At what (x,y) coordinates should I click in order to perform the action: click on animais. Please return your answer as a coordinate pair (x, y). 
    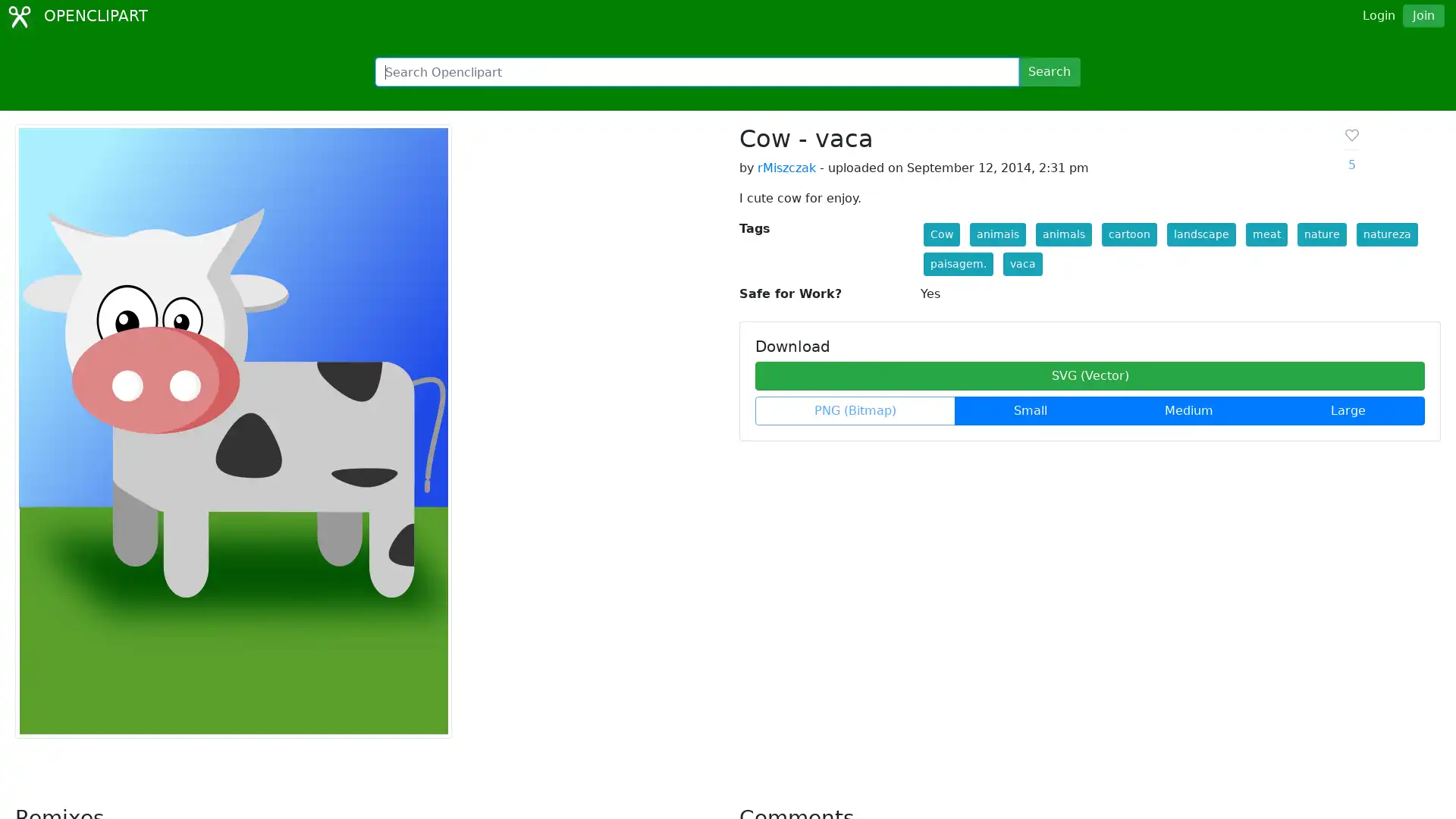
    Looking at the image, I should click on (997, 234).